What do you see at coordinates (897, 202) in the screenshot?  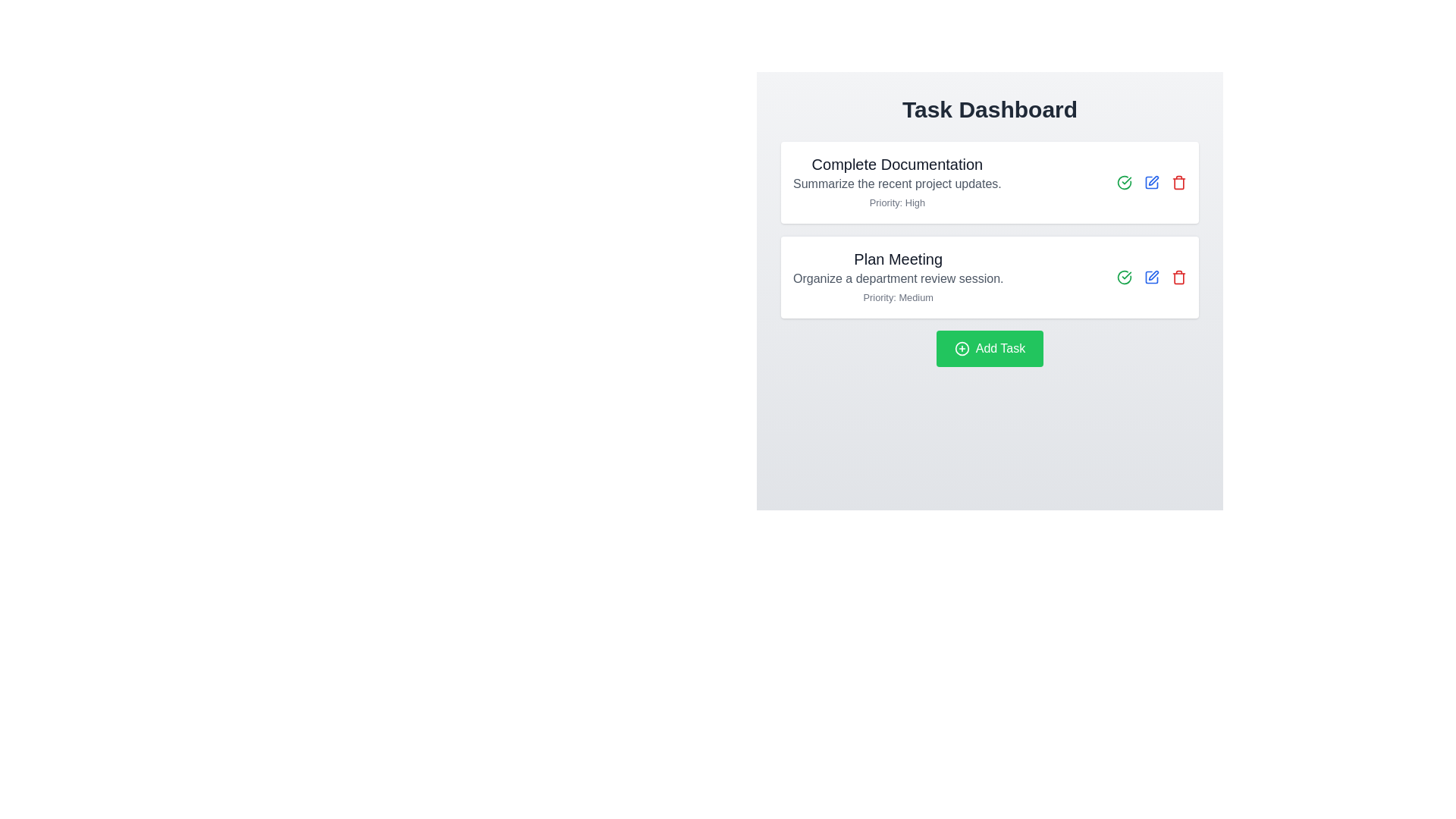 I see `the Text label indicating the priority level of the task under 'Complete Documentation' and the description 'Summarize the recent project updates.'` at bounding box center [897, 202].